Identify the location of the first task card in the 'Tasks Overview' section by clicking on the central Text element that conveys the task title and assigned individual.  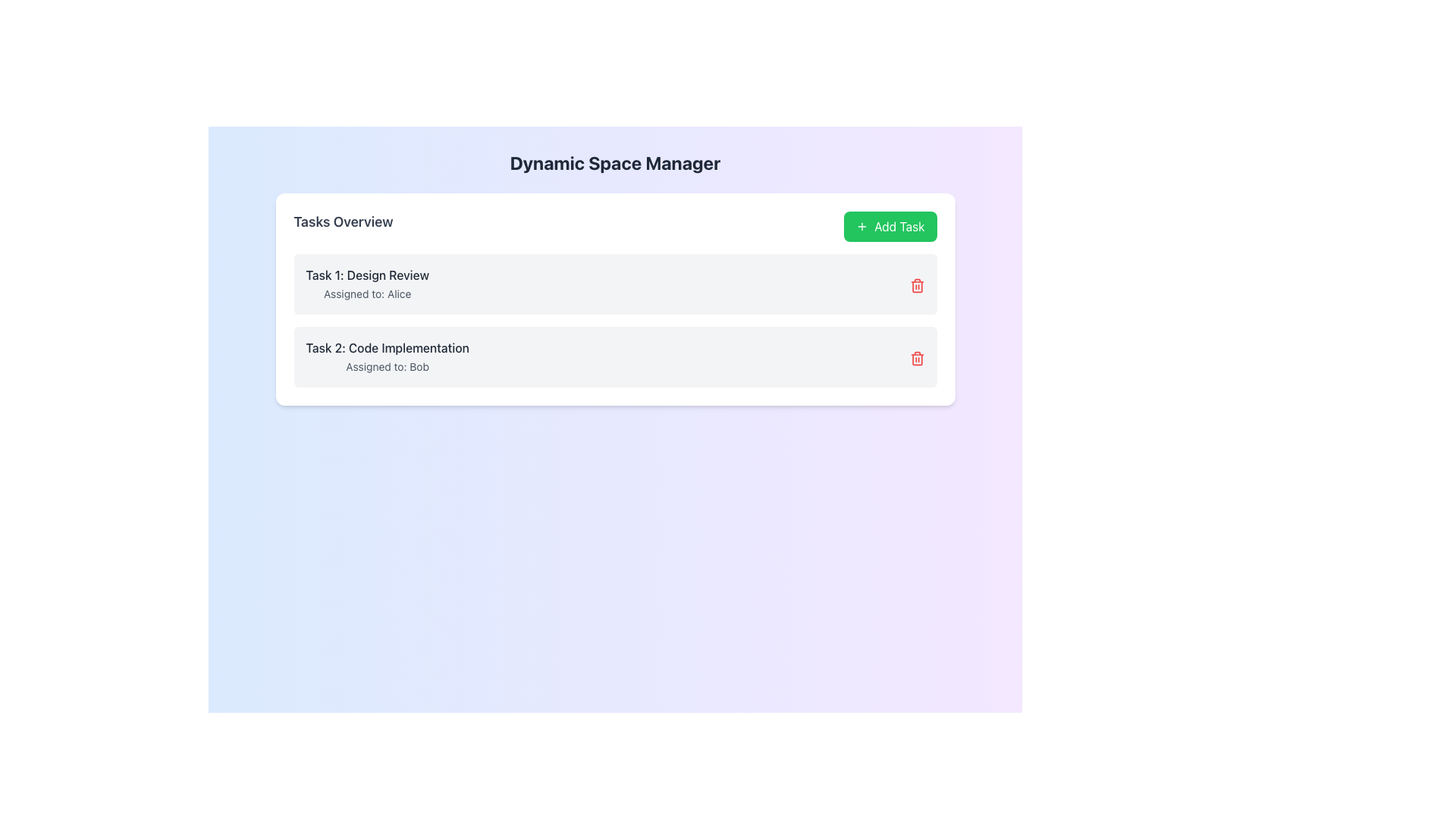
(367, 284).